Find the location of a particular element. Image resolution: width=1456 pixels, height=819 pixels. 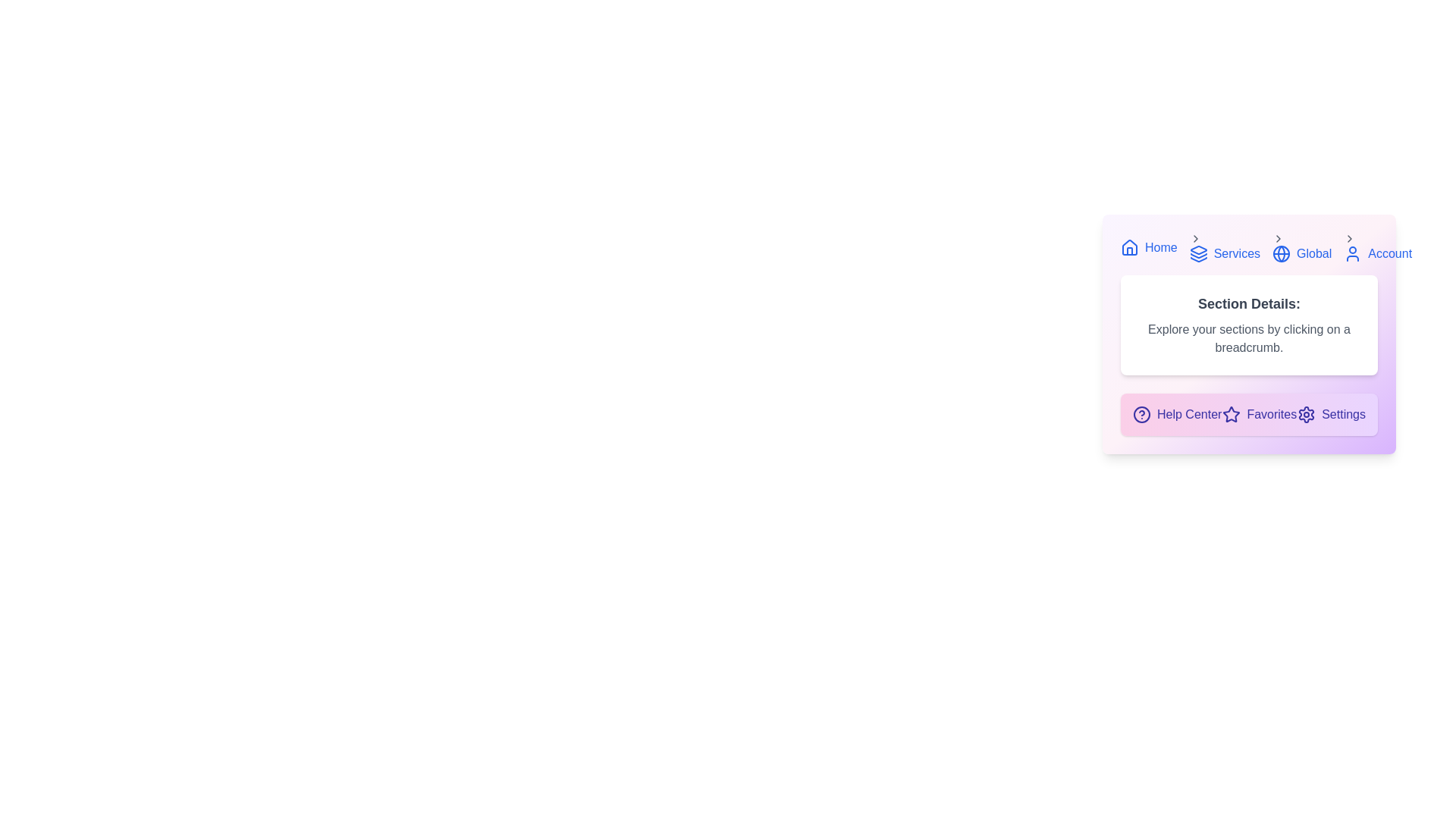

the 'Account' breadcrumb link, which is the fourth item in the breadcrumb navigation sequence at the top of the interface is located at coordinates (1378, 253).